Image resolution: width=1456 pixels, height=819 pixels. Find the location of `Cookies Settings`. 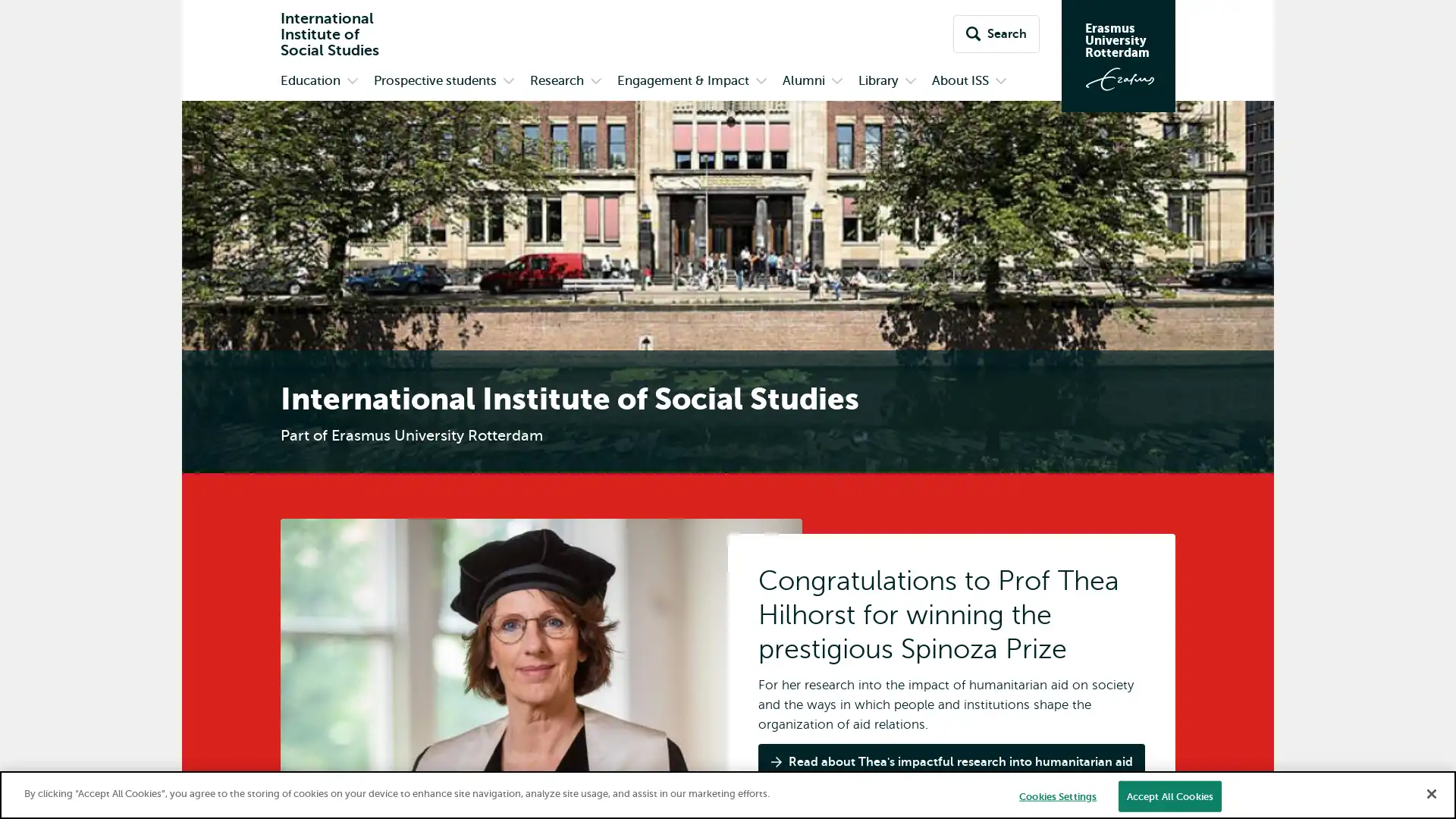

Cookies Settings is located at coordinates (1056, 795).